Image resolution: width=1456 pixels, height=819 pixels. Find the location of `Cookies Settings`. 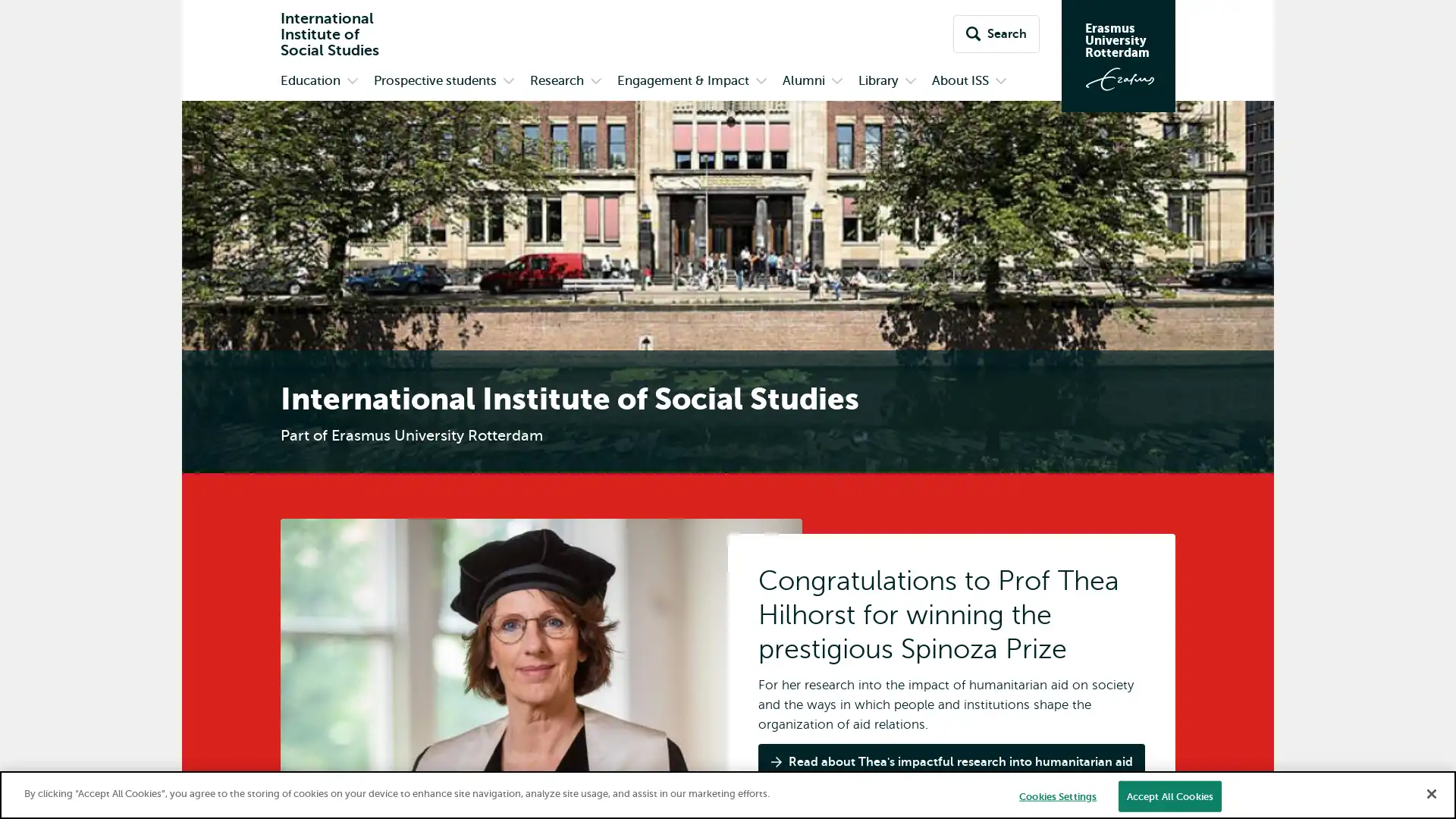

Cookies Settings is located at coordinates (1056, 795).